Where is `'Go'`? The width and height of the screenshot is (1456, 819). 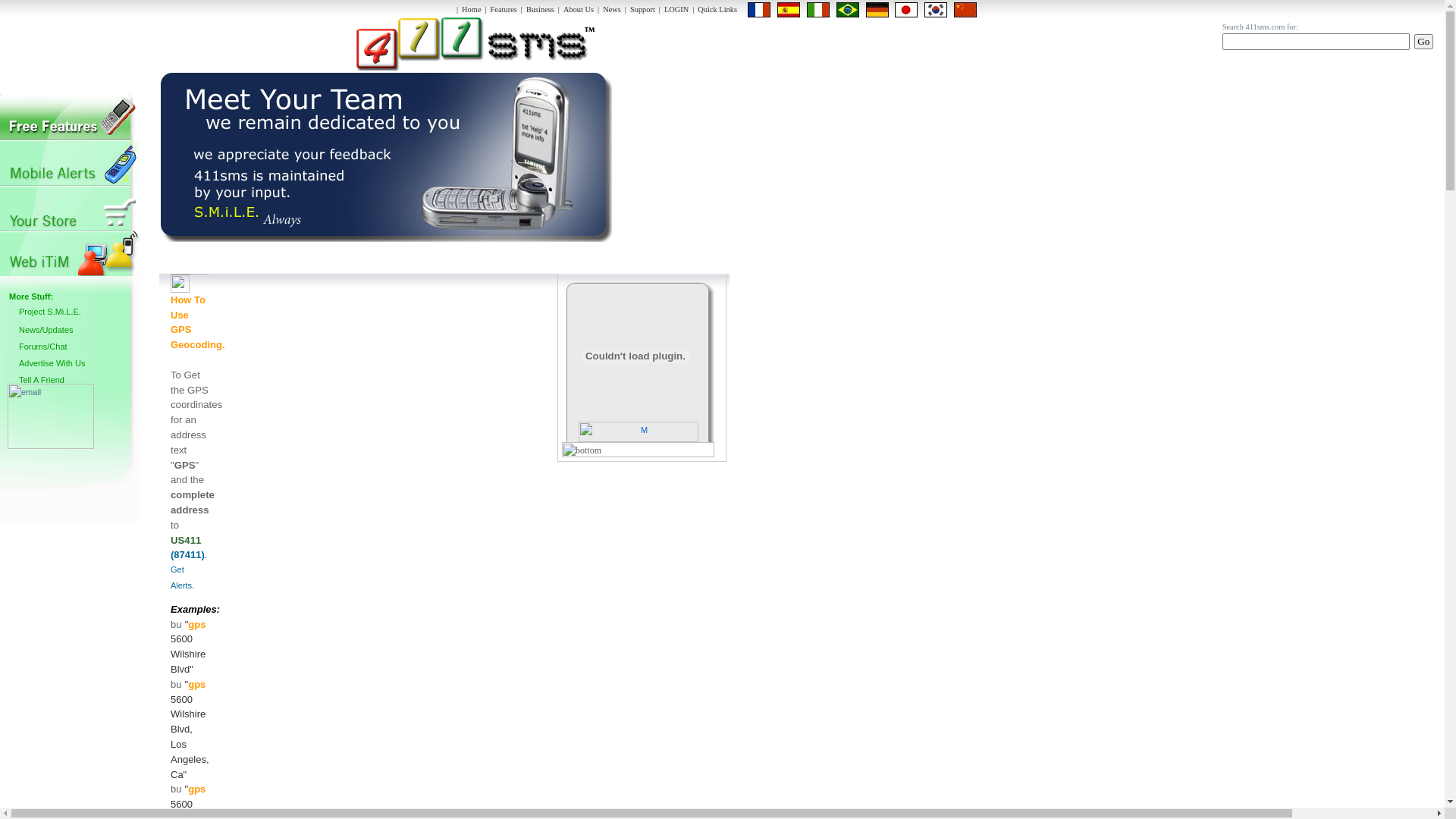 'Go' is located at coordinates (1414, 40).